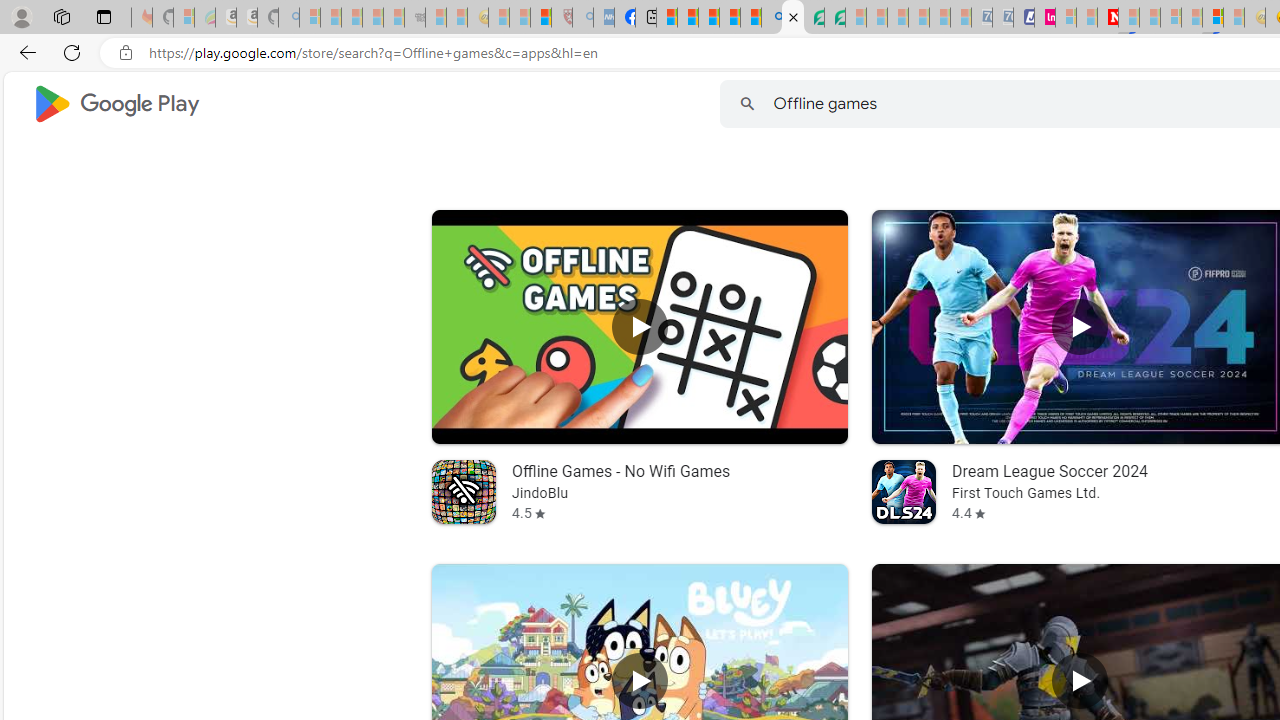  What do you see at coordinates (1078, 680) in the screenshot?
I see `'Play Shadow Fight 3 - RPG fighting'` at bounding box center [1078, 680].